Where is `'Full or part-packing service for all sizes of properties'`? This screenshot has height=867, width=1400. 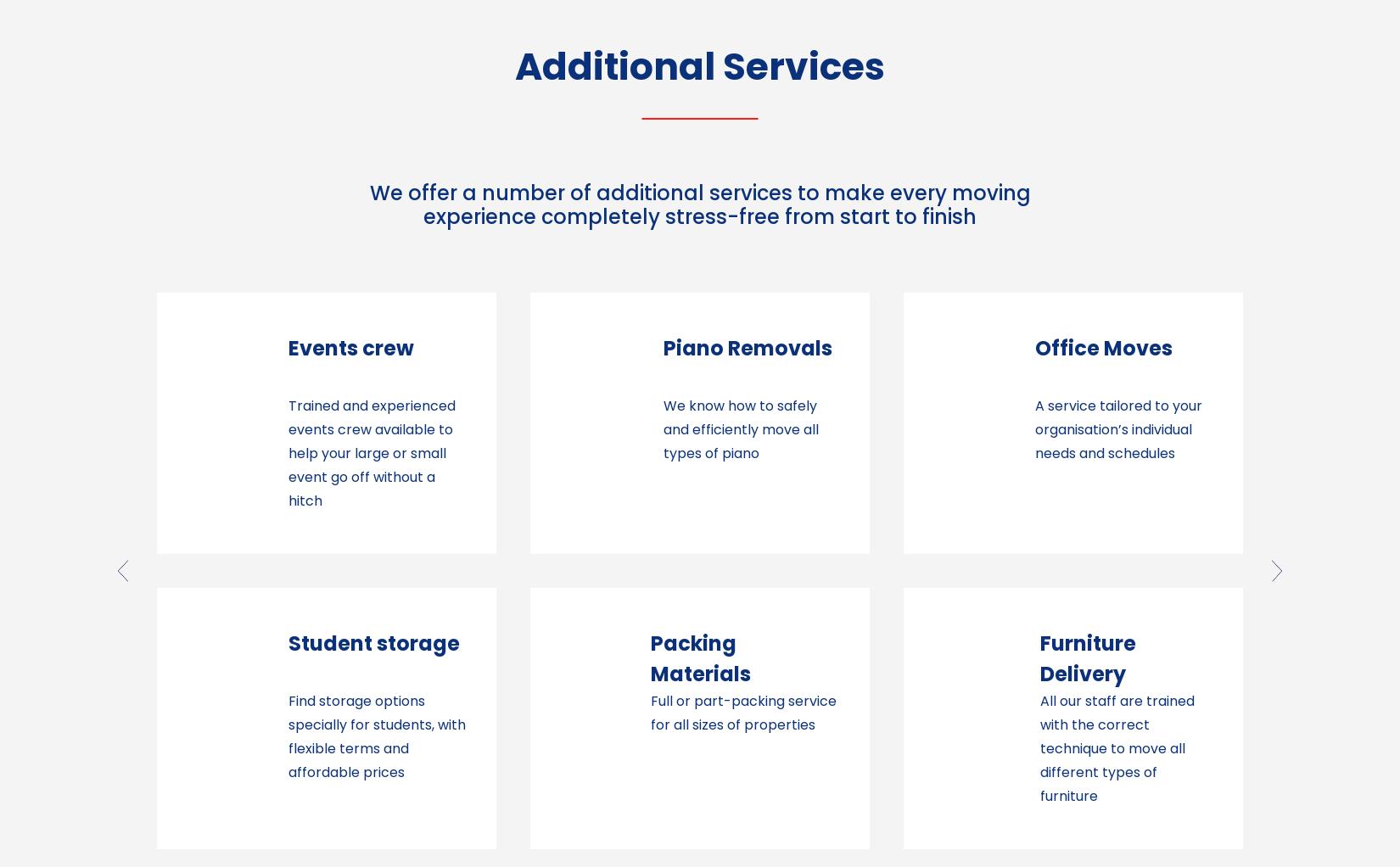 'Full or part-packing service for all sizes of properties' is located at coordinates (277, 711).